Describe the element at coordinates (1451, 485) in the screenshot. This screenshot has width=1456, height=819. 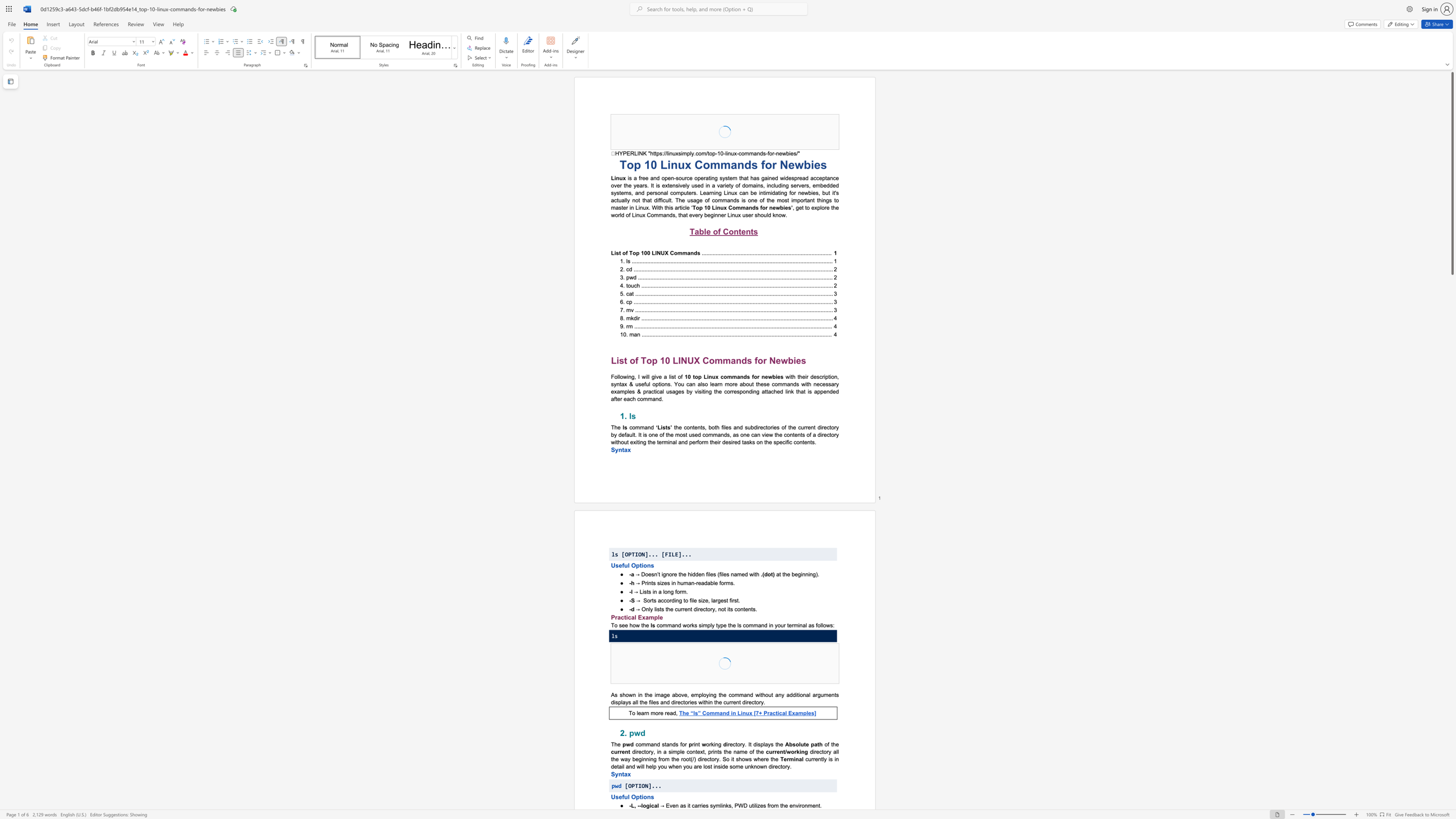
I see `the scrollbar to scroll downward` at that location.